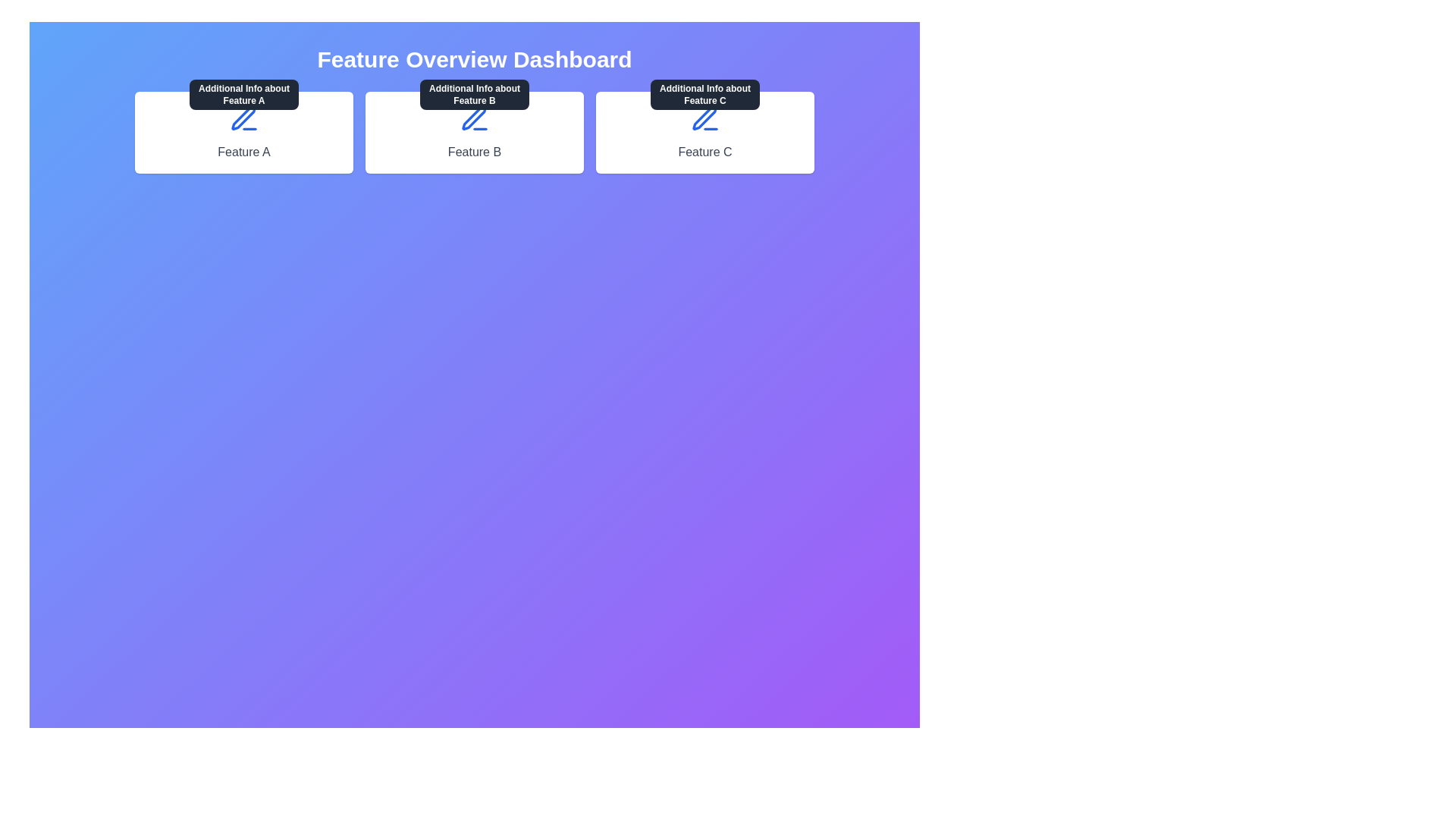  I want to click on the Informational Badge positioned at the top center of the 'Feature B' card, which provides additional contextual detail for the feature, so click(473, 94).